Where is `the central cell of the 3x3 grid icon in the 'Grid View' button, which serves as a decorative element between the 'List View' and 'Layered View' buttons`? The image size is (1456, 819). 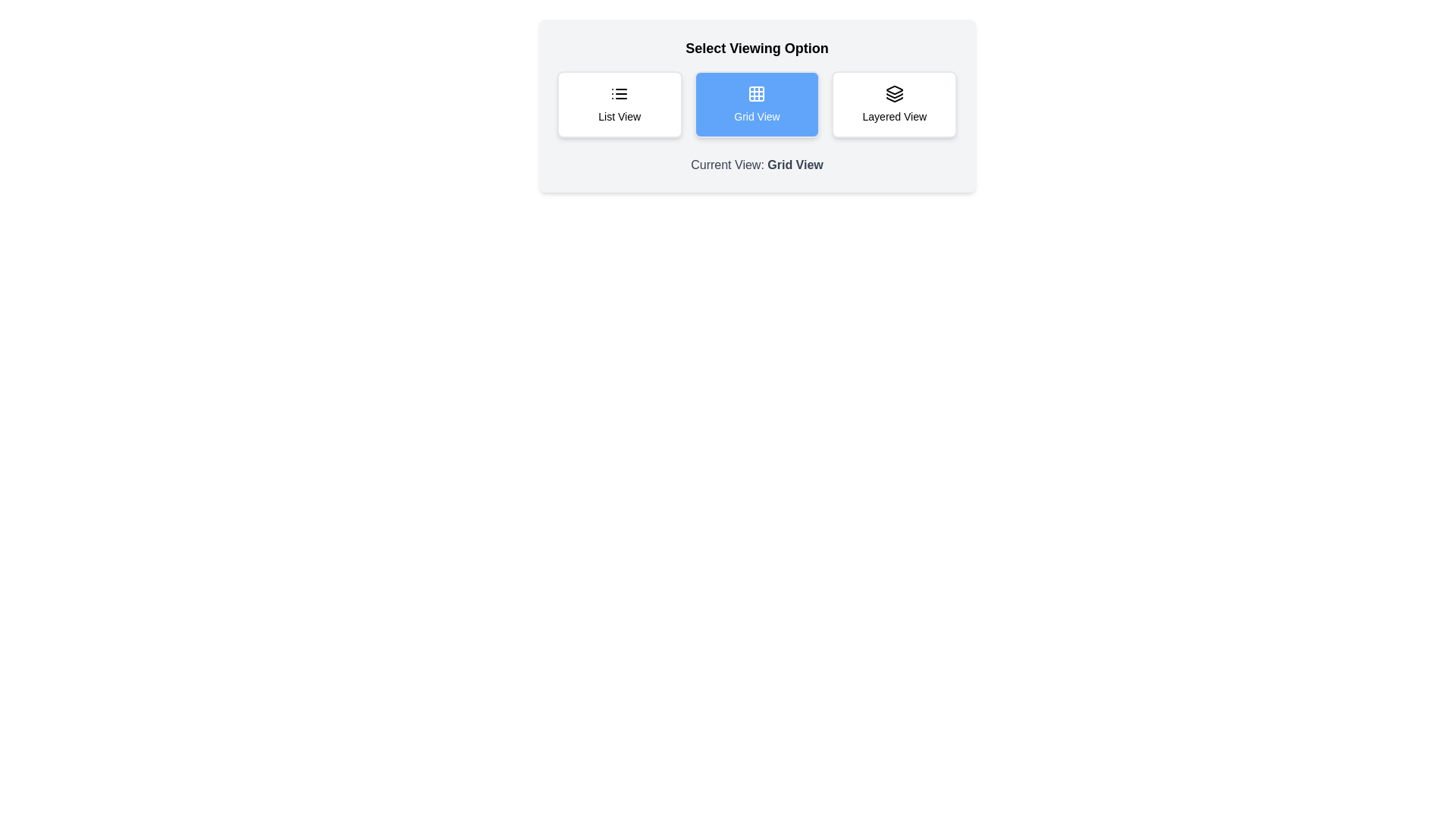
the central cell of the 3x3 grid icon in the 'Grid View' button, which serves as a decorative element between the 'List View' and 'Layered View' buttons is located at coordinates (757, 93).